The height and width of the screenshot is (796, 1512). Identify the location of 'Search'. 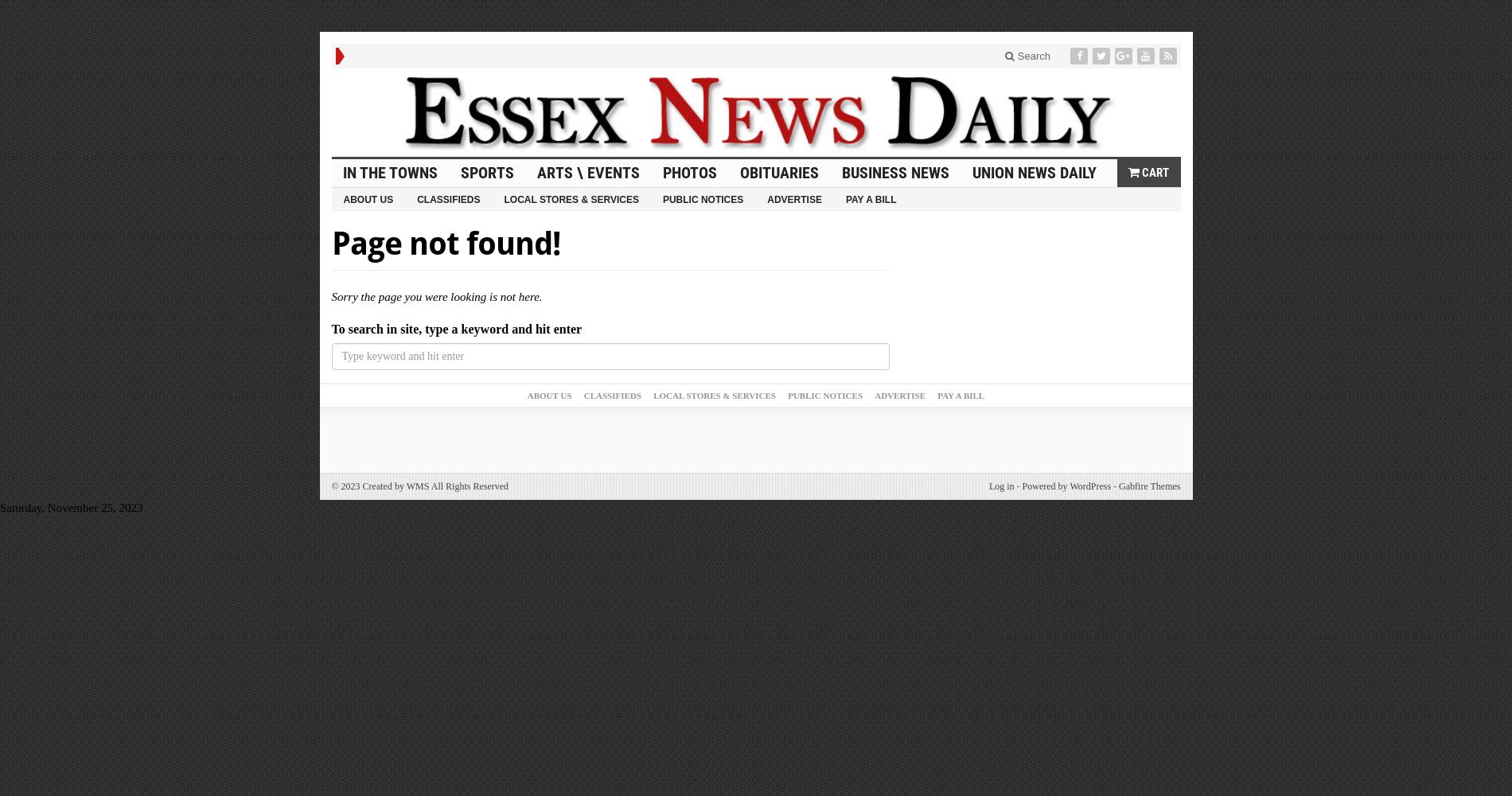
(1031, 55).